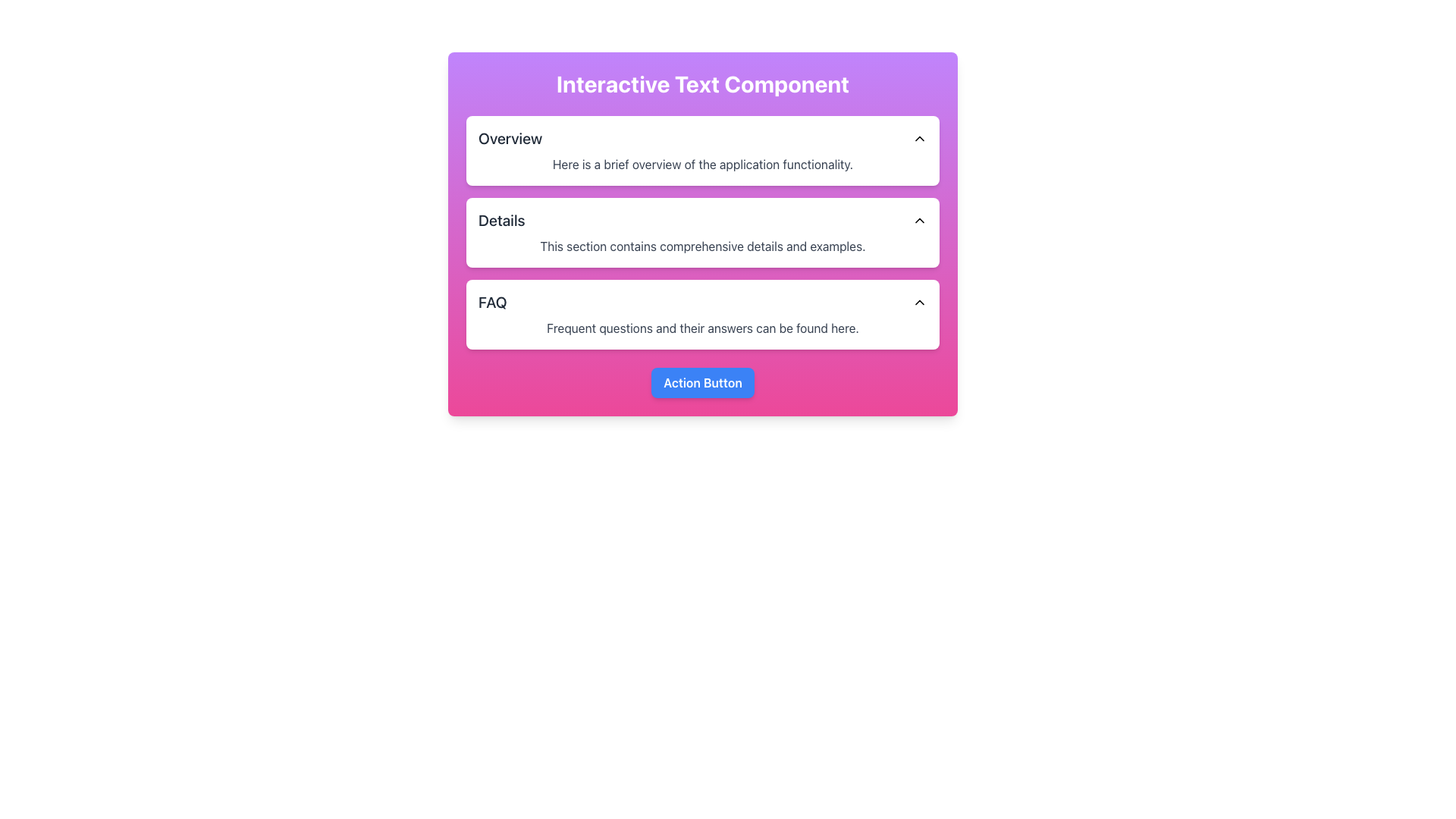  I want to click on the upward-pointing collapsible icon located at the right side of the FAQ section header, so click(919, 302).